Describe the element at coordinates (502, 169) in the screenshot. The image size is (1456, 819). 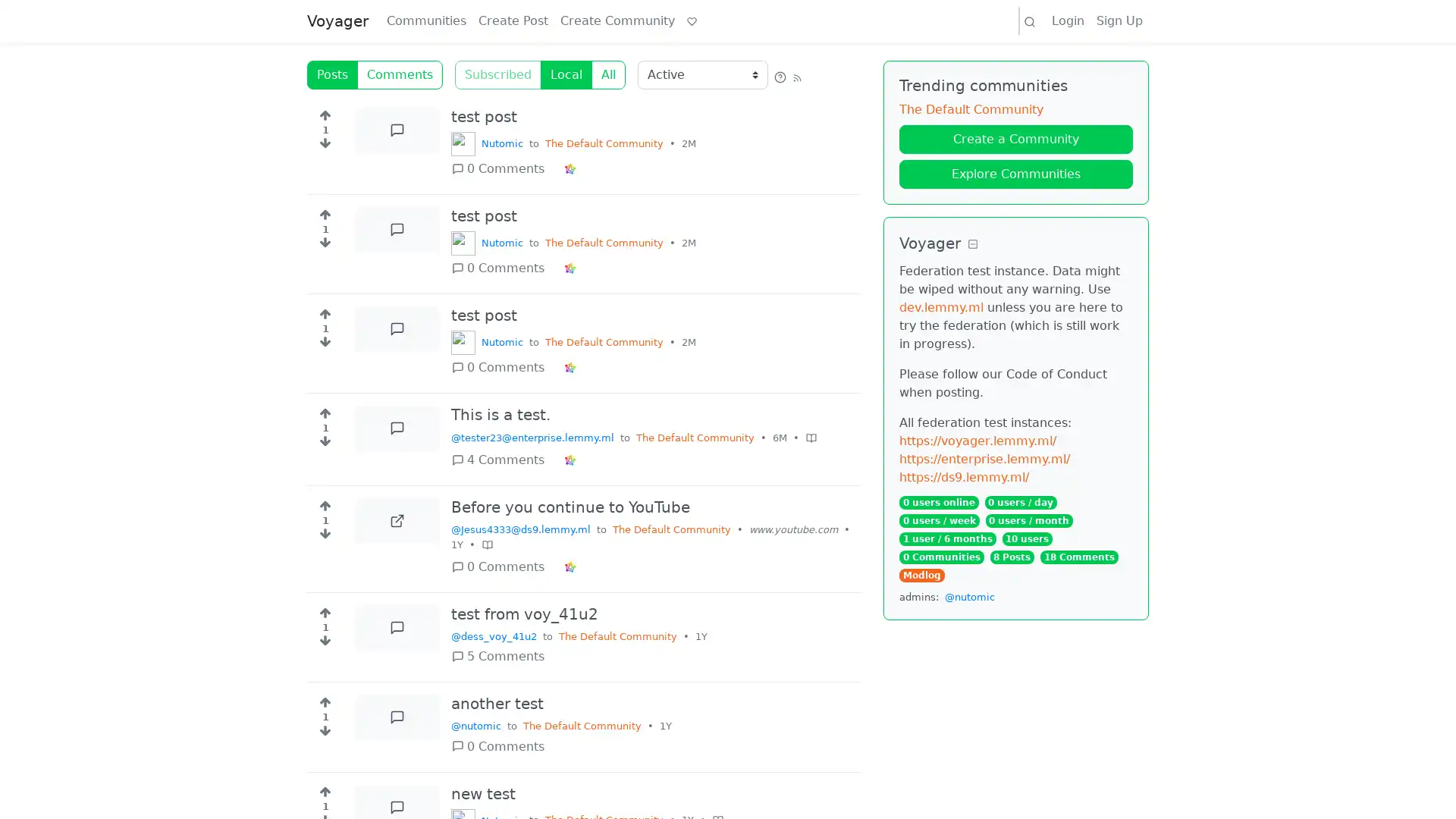
I see `0 Comments` at that location.